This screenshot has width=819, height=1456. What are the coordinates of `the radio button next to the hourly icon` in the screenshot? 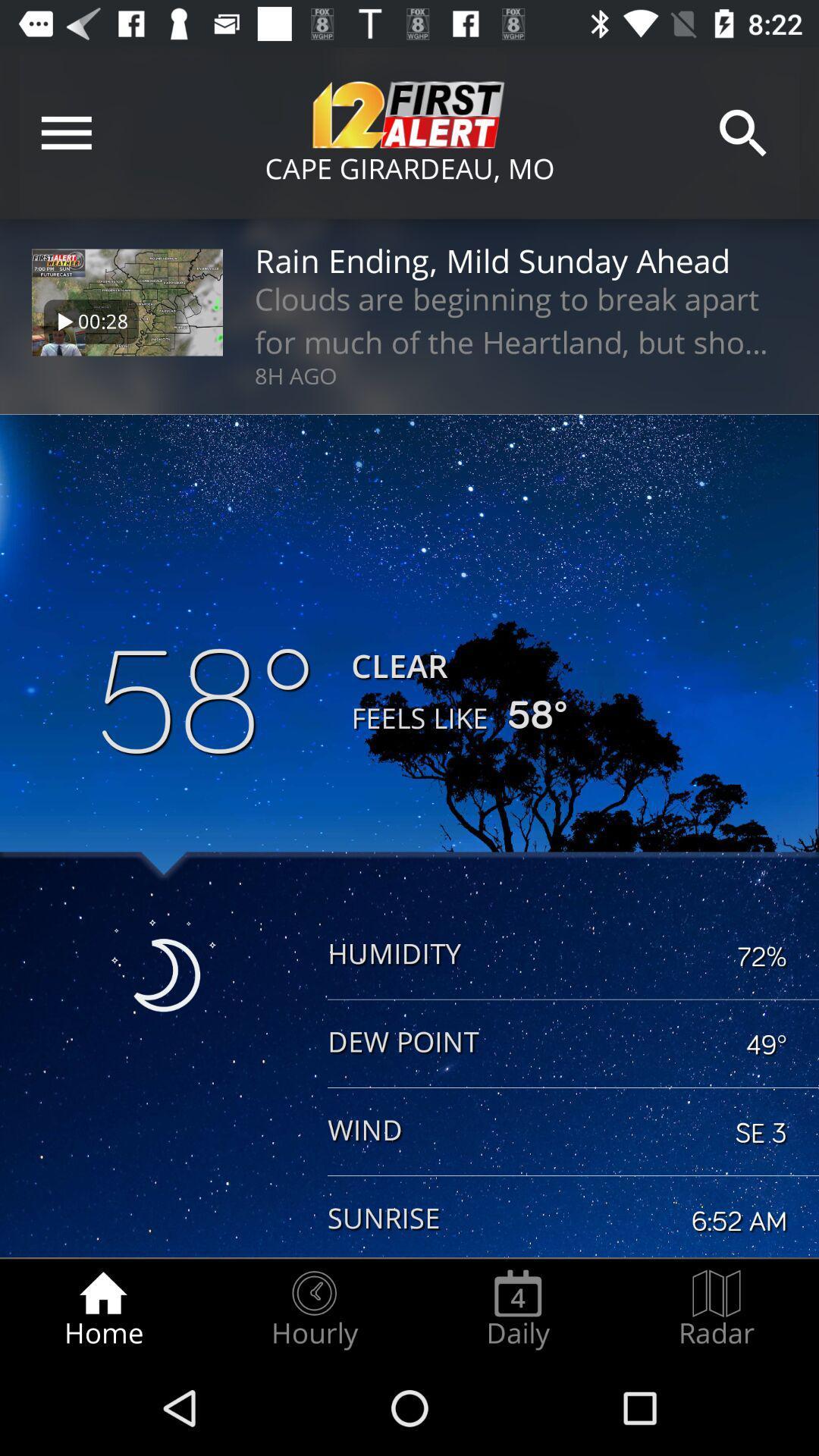 It's located at (517, 1309).